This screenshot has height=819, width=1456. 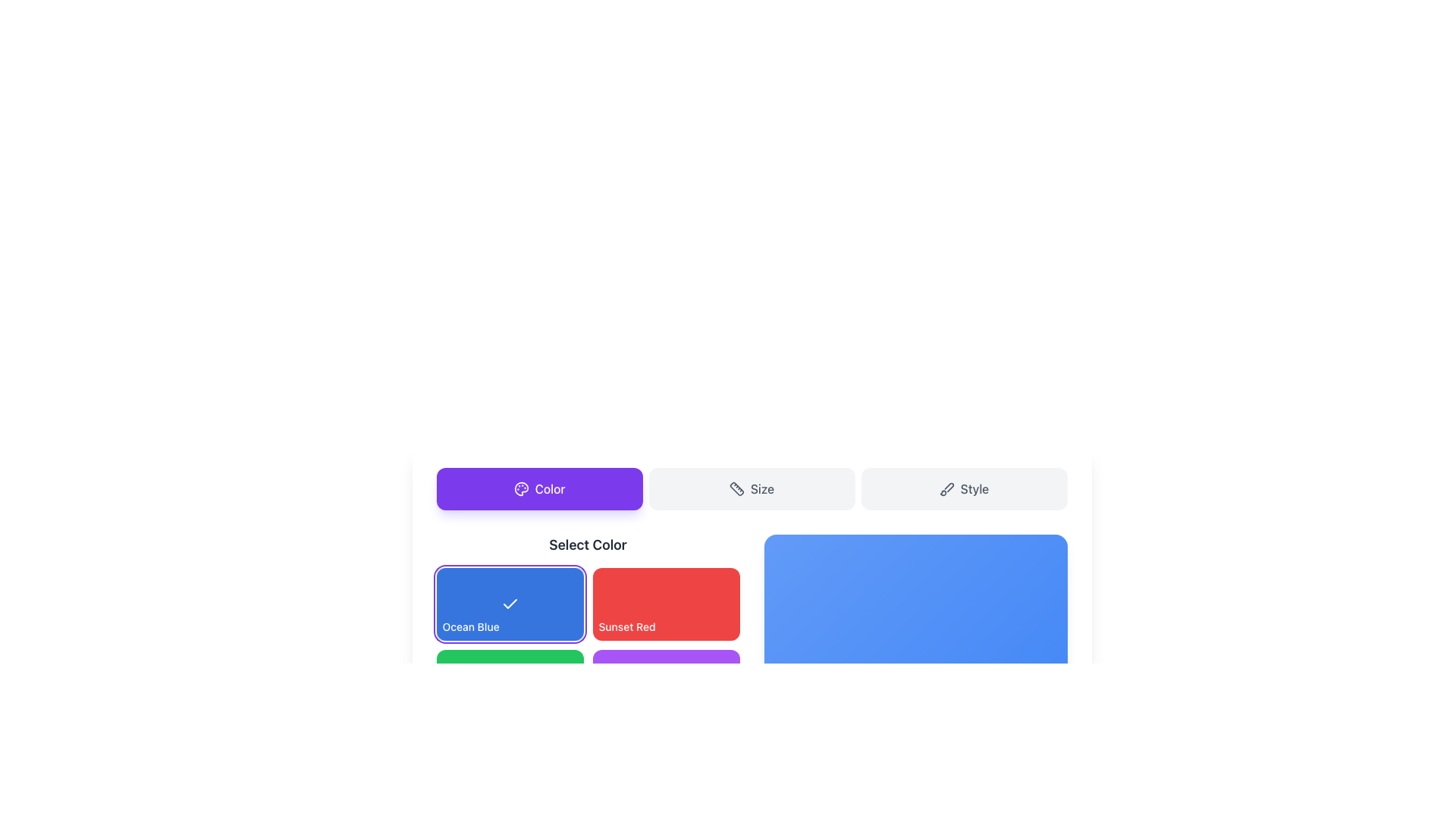 What do you see at coordinates (946, 488) in the screenshot?
I see `the 'Style' icon located inside the 'Style' button, which is the third item in the top navigation bar, positioned towards the left side of the button` at bounding box center [946, 488].